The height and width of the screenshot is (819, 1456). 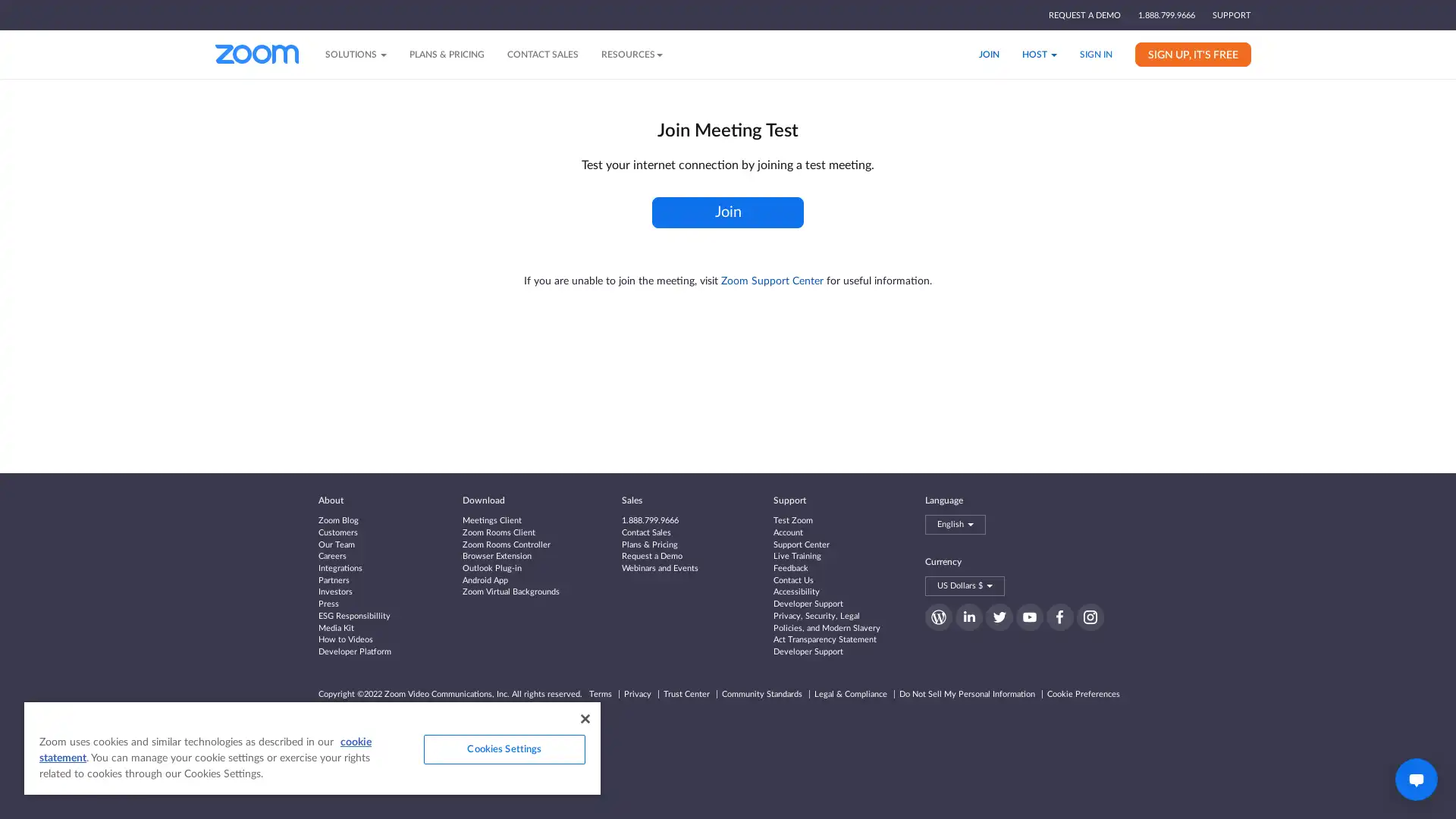 I want to click on Join, so click(x=728, y=212).